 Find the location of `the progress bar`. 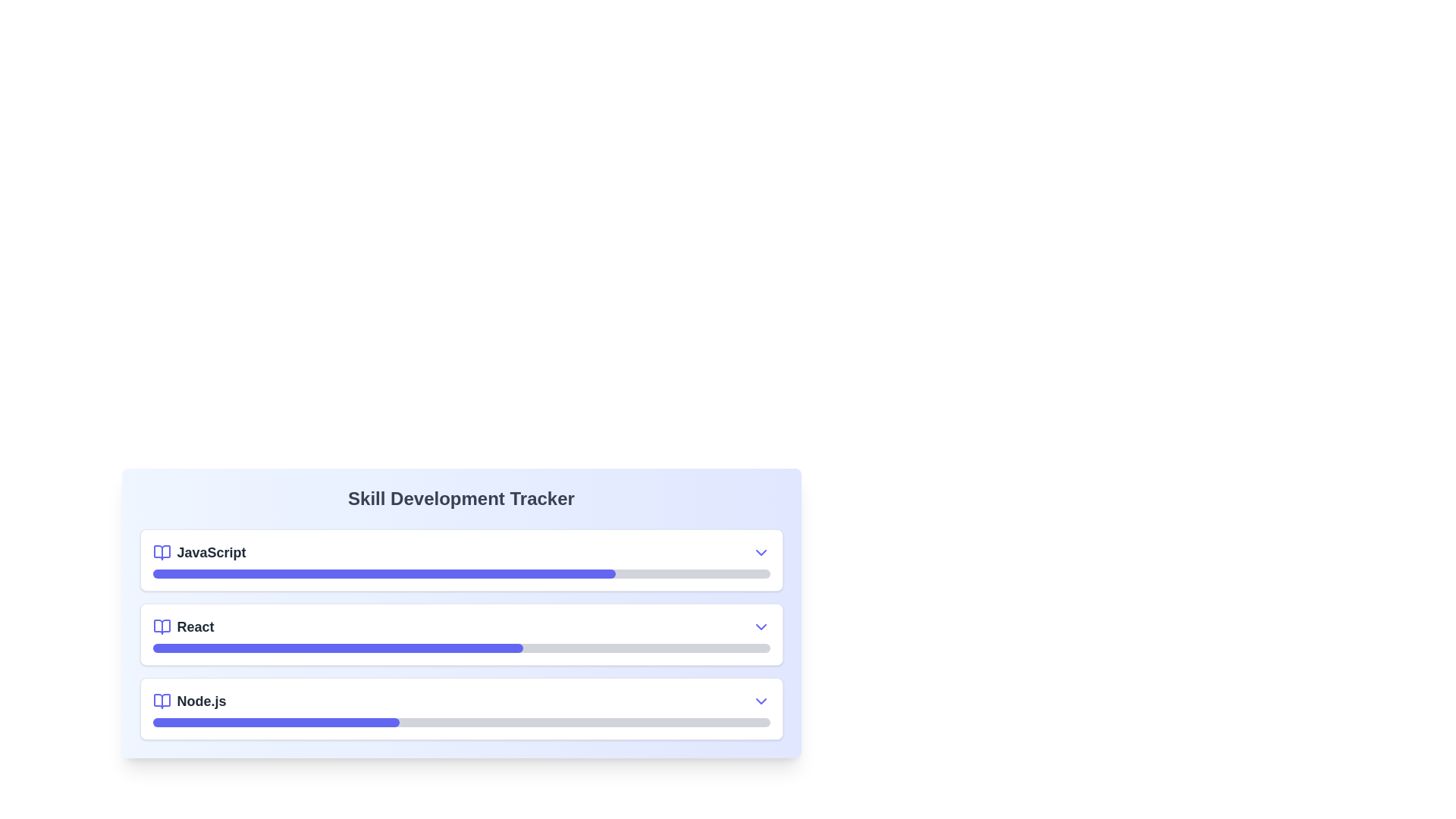

the progress bar is located at coordinates (733, 721).